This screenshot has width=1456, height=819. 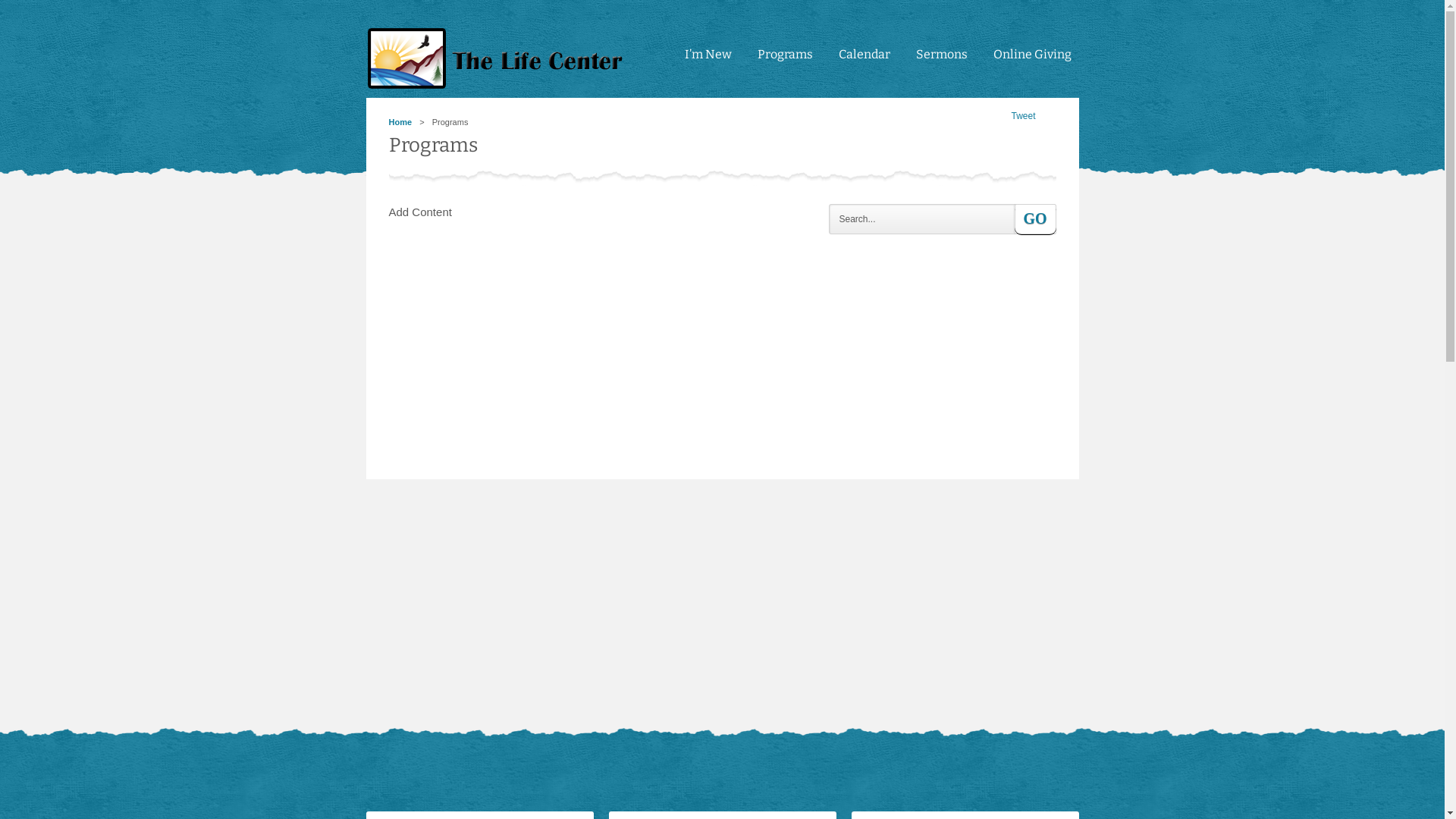 I want to click on 'Calendar', so click(x=864, y=61).